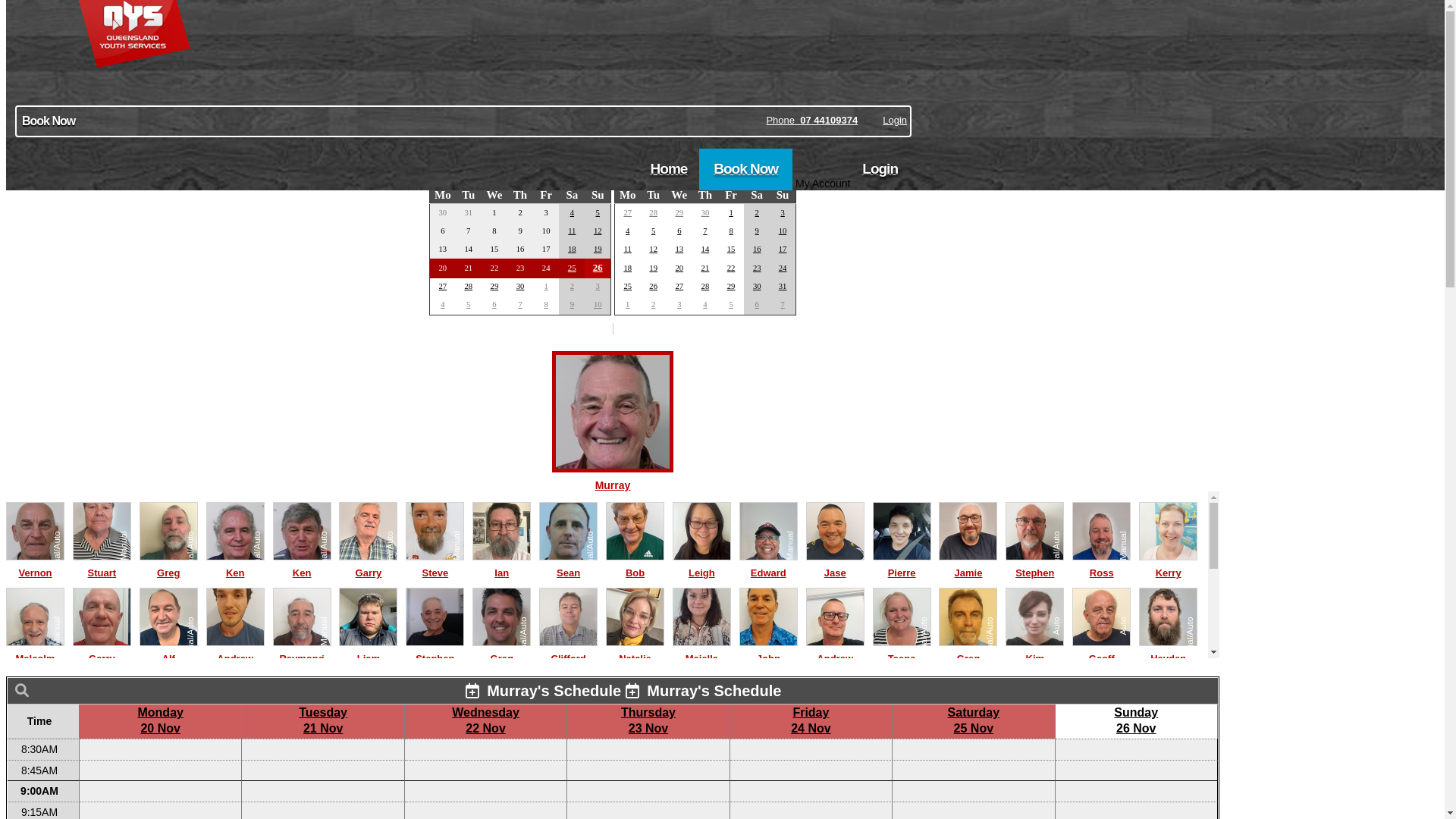  I want to click on 'Bob', so click(604, 565).